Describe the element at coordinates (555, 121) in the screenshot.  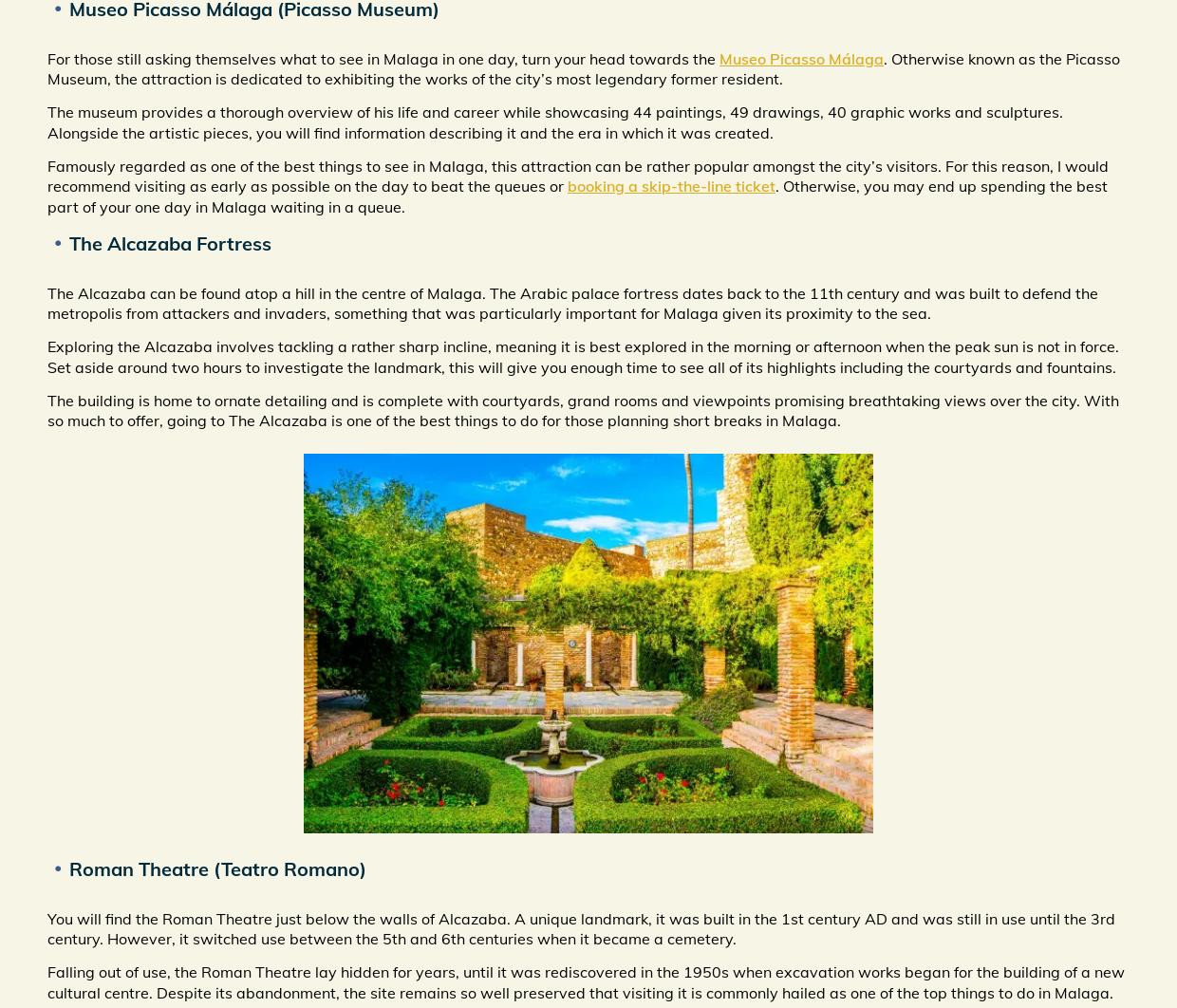
I see `'The museum provides a thorough overview of his life and career while showcasing 44 paintings, 49 drawings, 40 graphic works and sculptures. Alongside the artistic pieces, you will find information describing it and the era in which it was created.'` at that location.